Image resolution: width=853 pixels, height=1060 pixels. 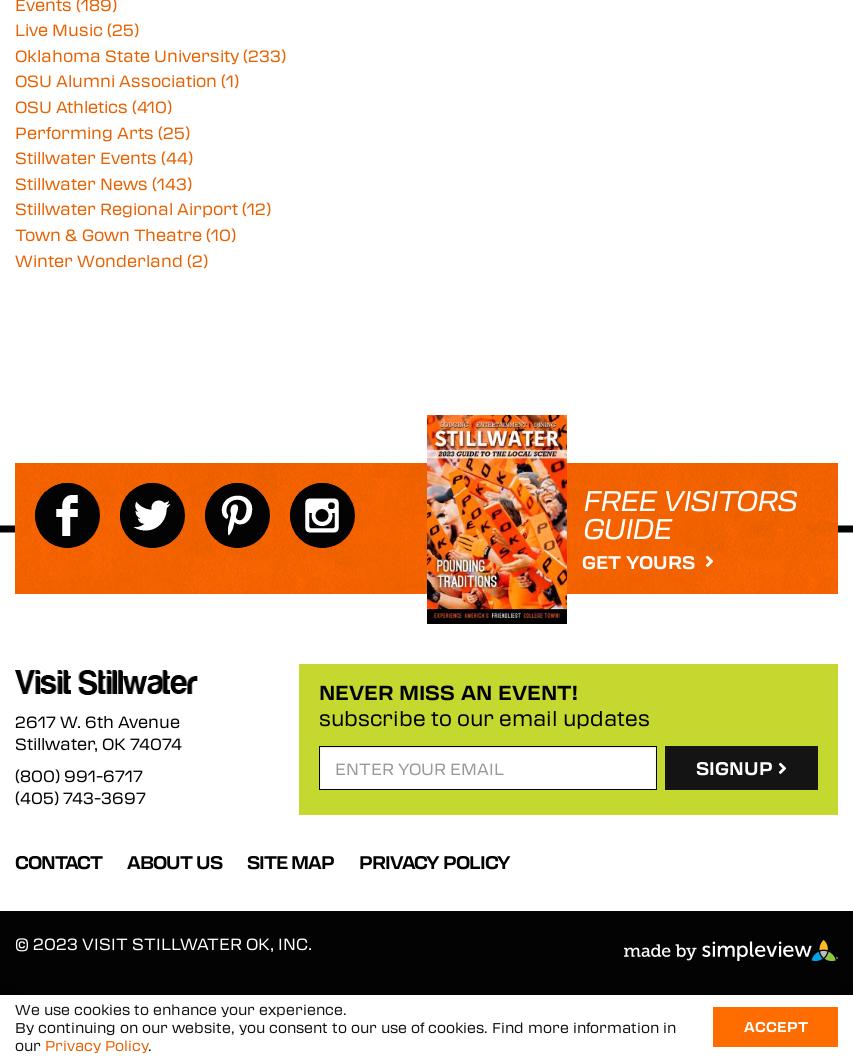 What do you see at coordinates (96, 720) in the screenshot?
I see `'2617 W. 6th Avenue'` at bounding box center [96, 720].